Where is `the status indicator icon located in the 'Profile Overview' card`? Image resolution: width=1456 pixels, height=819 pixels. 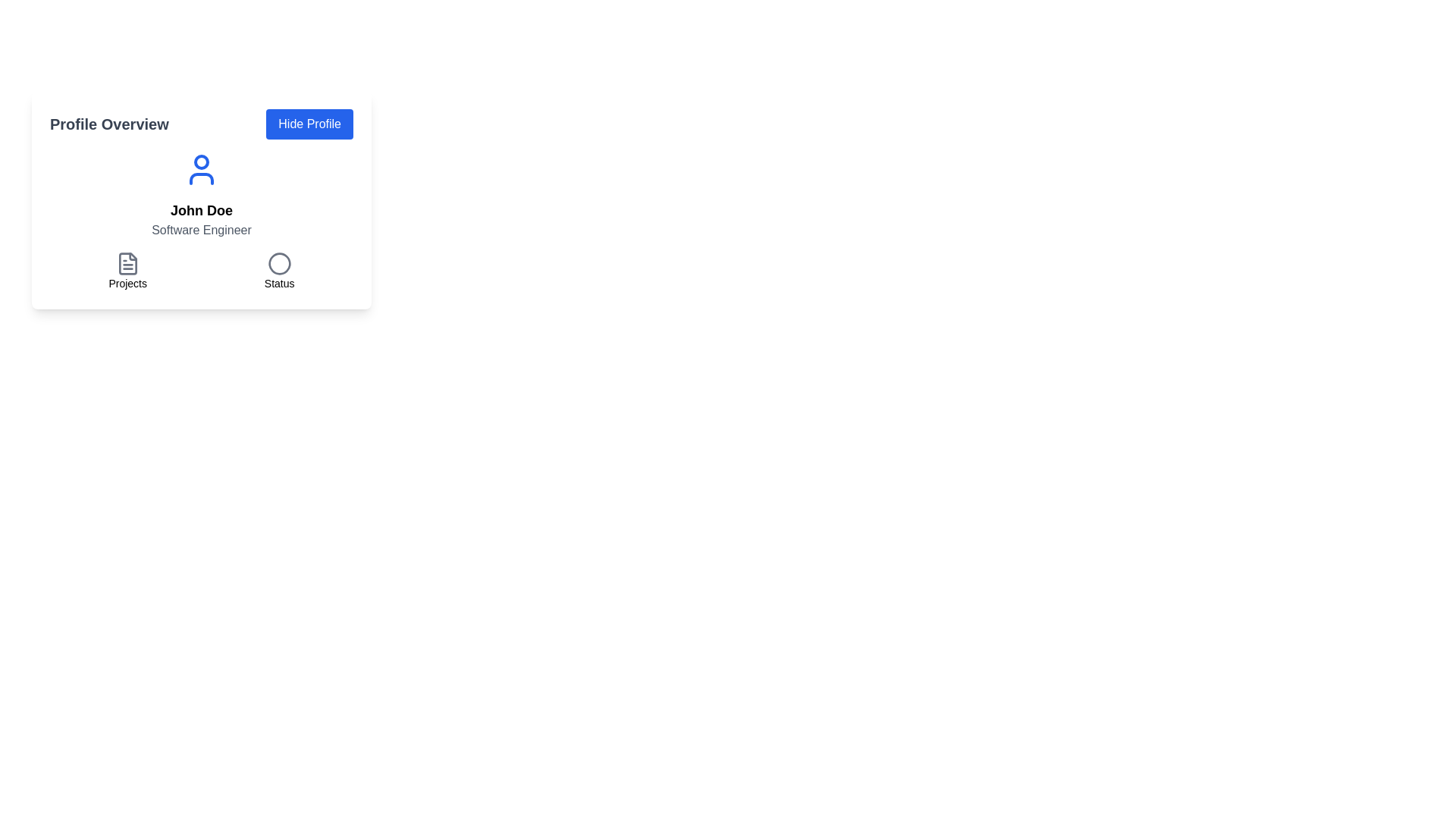 the status indicator icon located in the 'Profile Overview' card is located at coordinates (279, 271).